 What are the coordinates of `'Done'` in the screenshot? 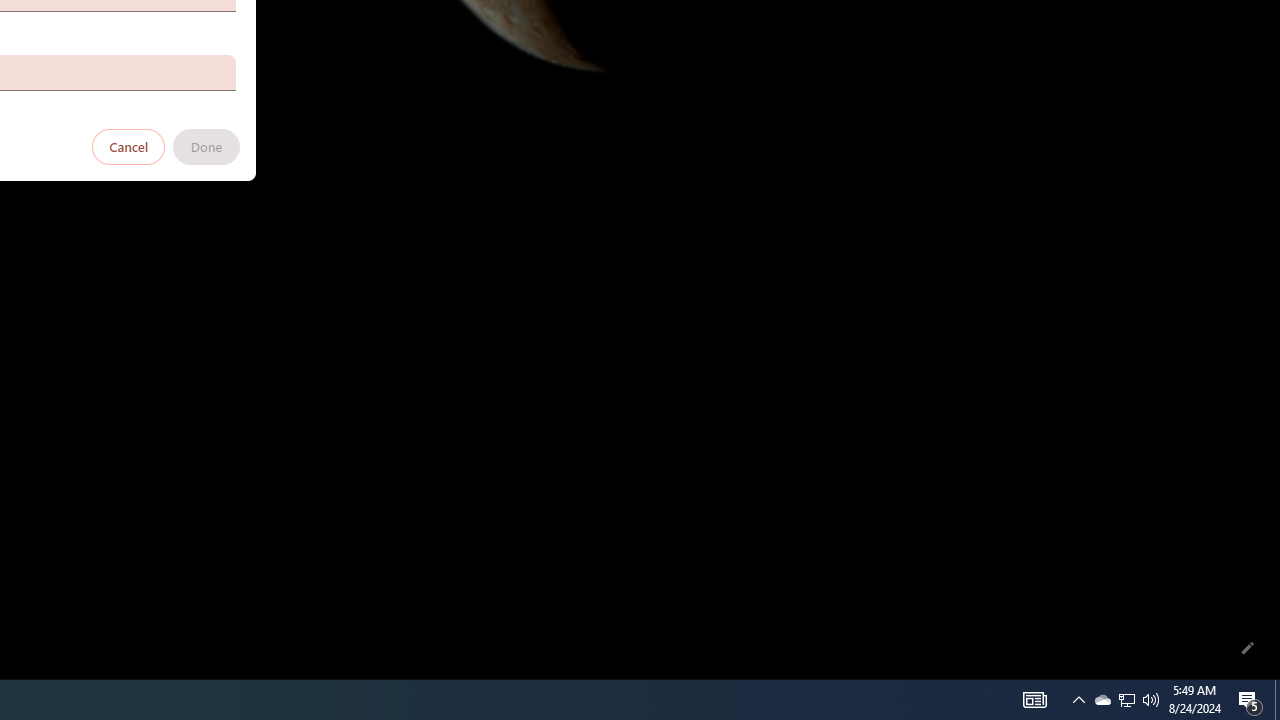 It's located at (206, 145).